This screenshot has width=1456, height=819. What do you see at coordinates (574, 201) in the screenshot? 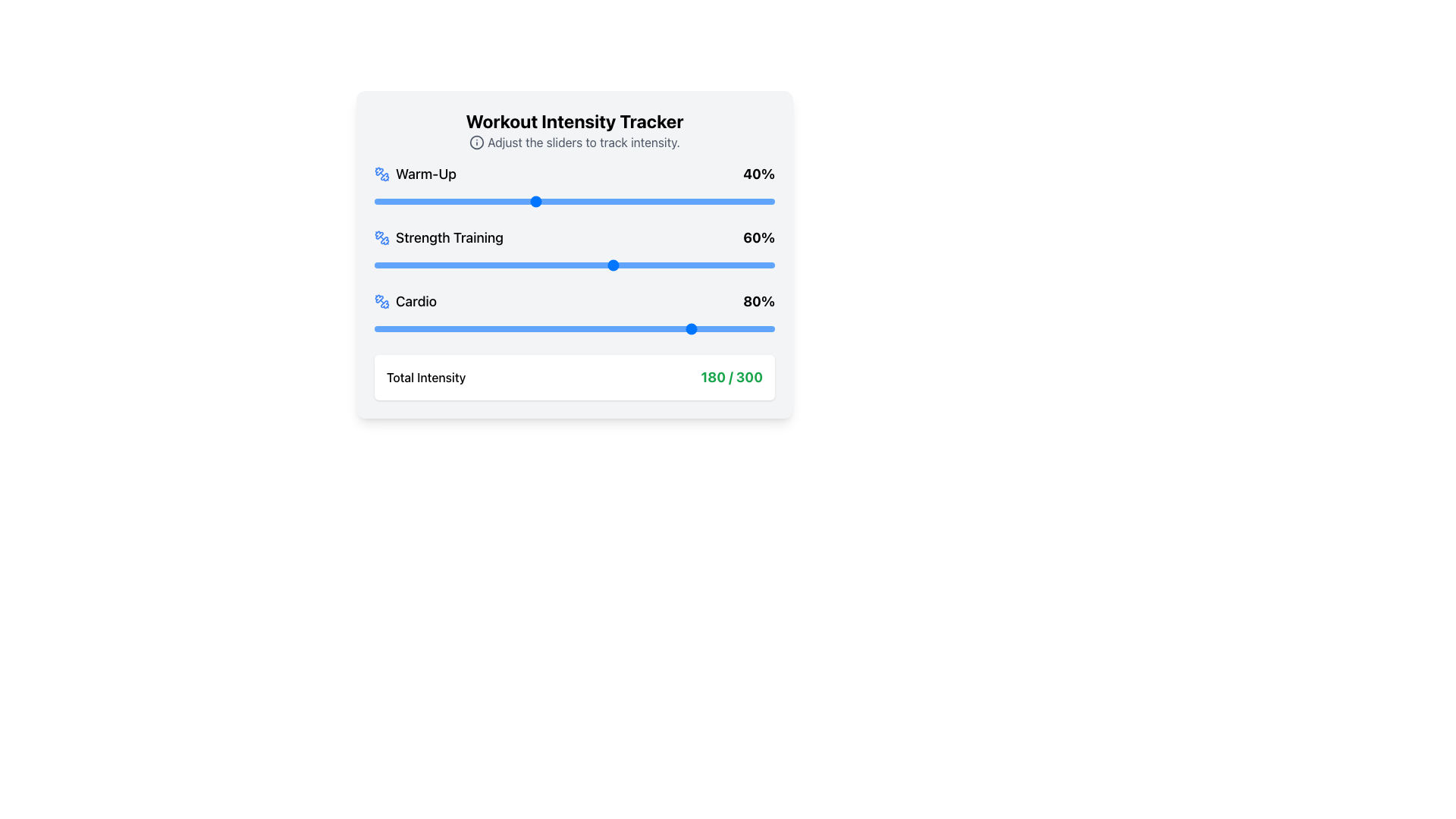
I see `the horizontal range slider input element located below the 'Warm-Up' label and '40%' text to perceive value information` at bounding box center [574, 201].